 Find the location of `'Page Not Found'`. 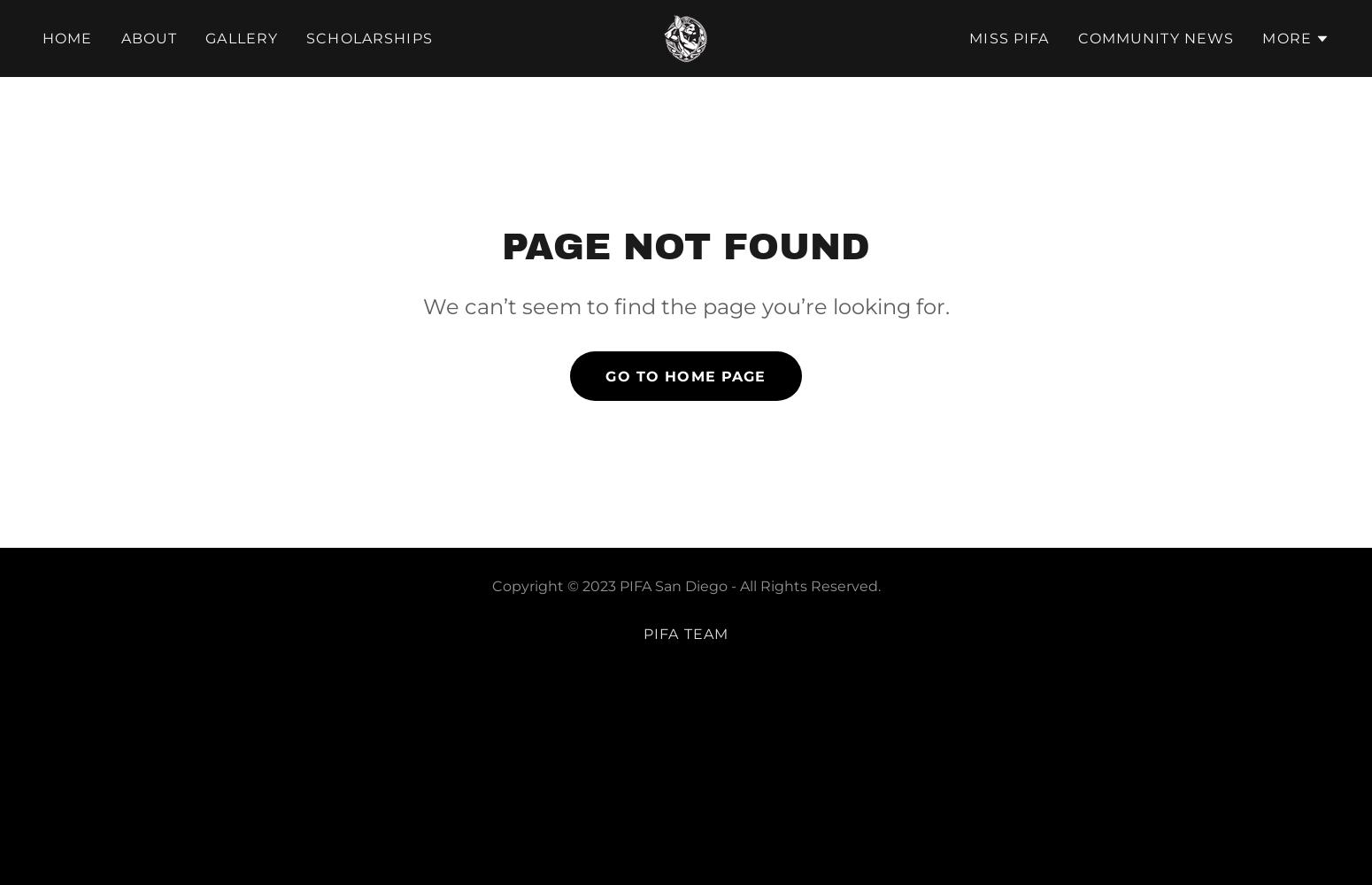

'Page Not Found' is located at coordinates (686, 246).